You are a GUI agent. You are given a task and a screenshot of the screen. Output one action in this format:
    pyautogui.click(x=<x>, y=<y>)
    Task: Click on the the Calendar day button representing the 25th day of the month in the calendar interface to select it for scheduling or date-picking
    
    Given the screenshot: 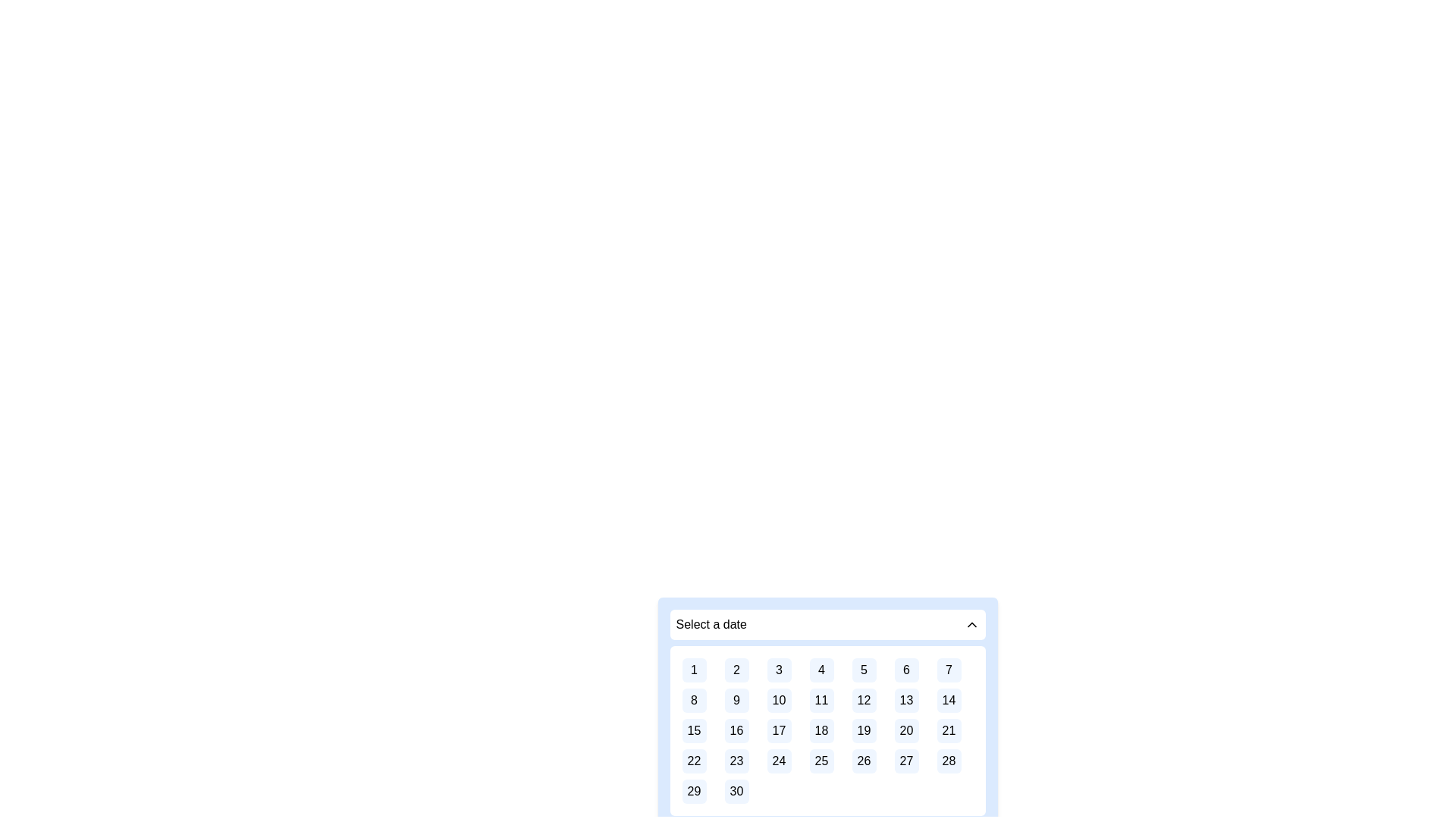 What is the action you would take?
    pyautogui.click(x=821, y=761)
    